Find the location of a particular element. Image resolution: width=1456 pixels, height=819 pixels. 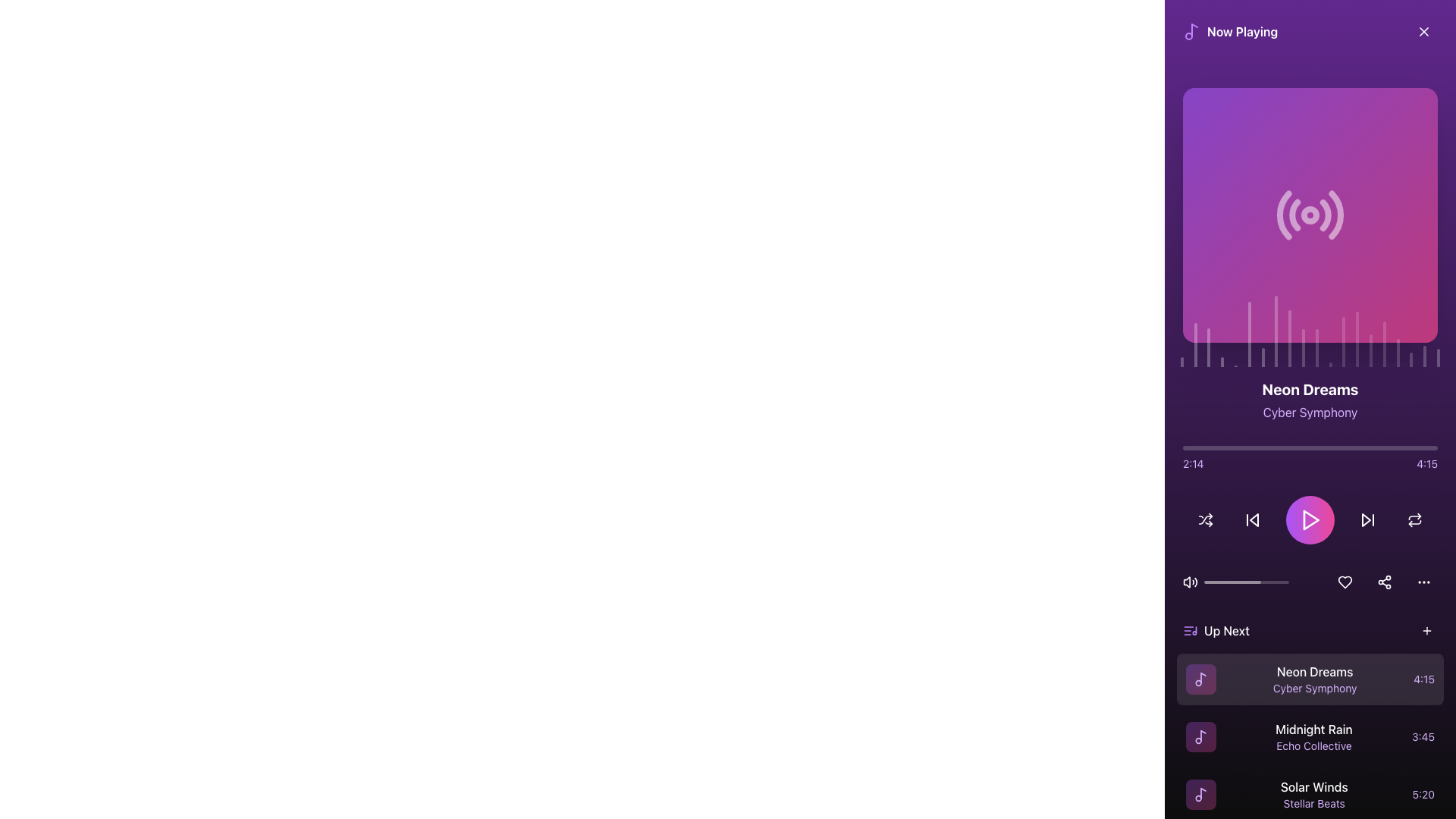

the volume slider is located at coordinates (1266, 581).